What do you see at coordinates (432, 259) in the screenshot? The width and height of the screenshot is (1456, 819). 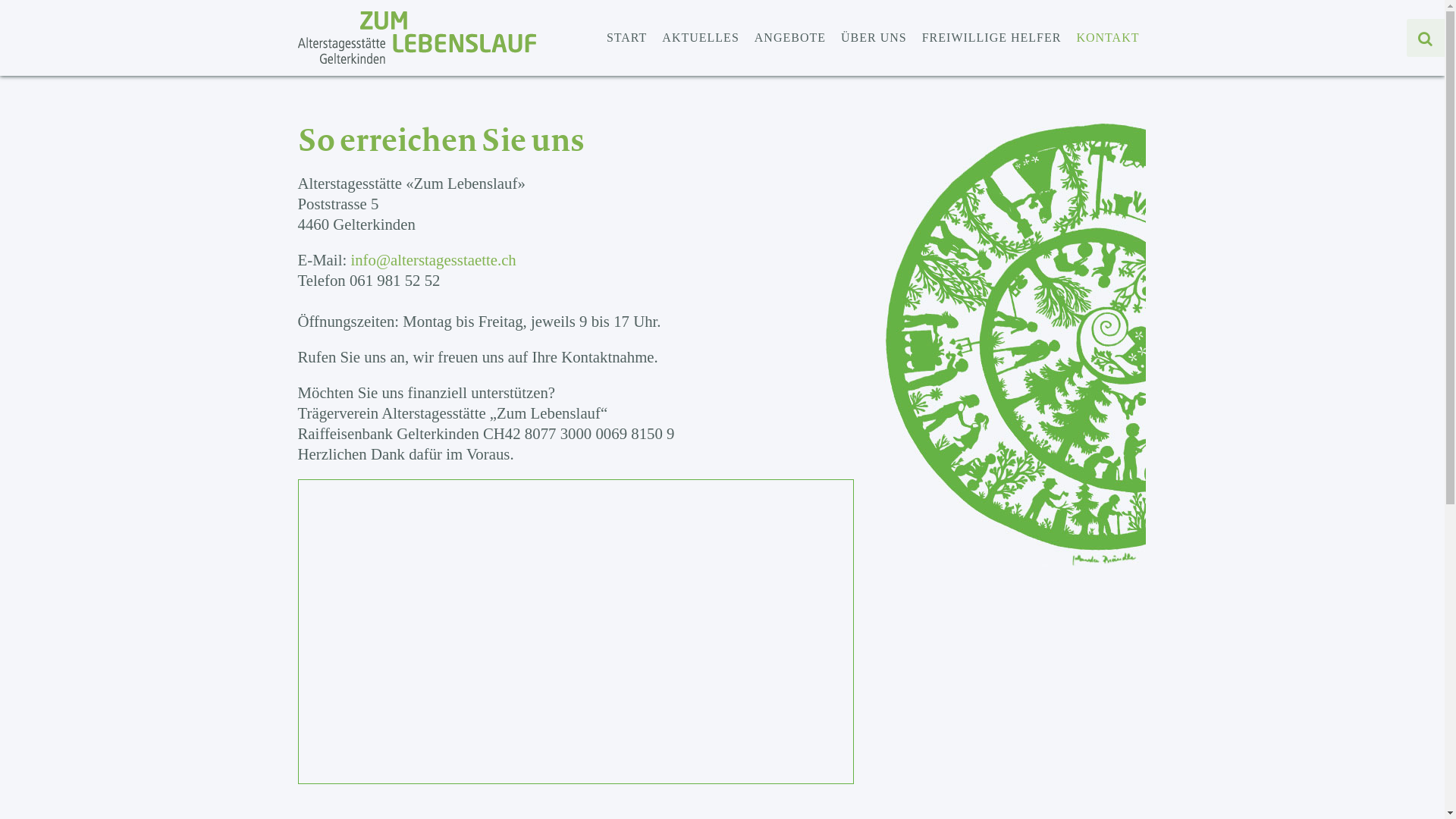 I see `'info@alterstagesstaette.ch'` at bounding box center [432, 259].